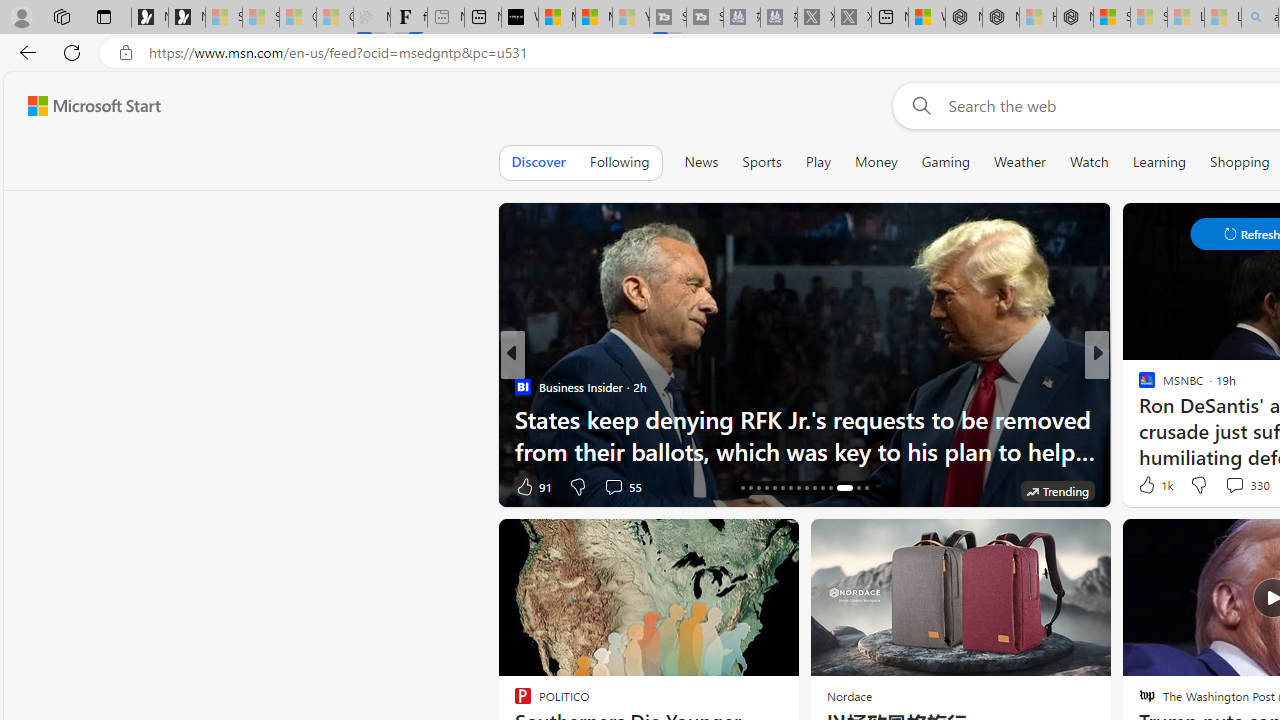 The image size is (1280, 720). Describe the element at coordinates (1233, 485) in the screenshot. I see `'View comments 330 Comment'` at that location.